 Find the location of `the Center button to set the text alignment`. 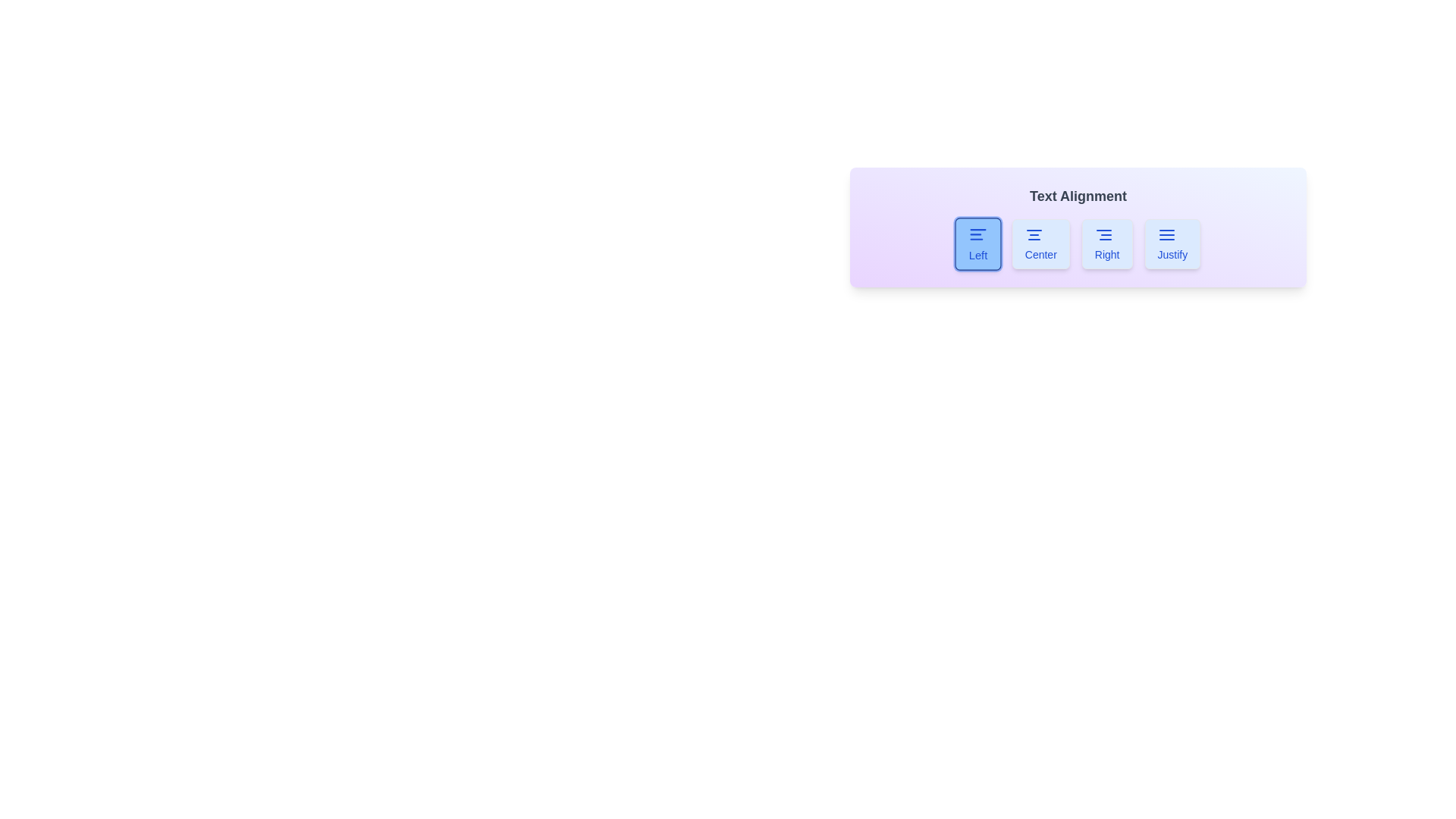

the Center button to set the text alignment is located at coordinates (1040, 243).